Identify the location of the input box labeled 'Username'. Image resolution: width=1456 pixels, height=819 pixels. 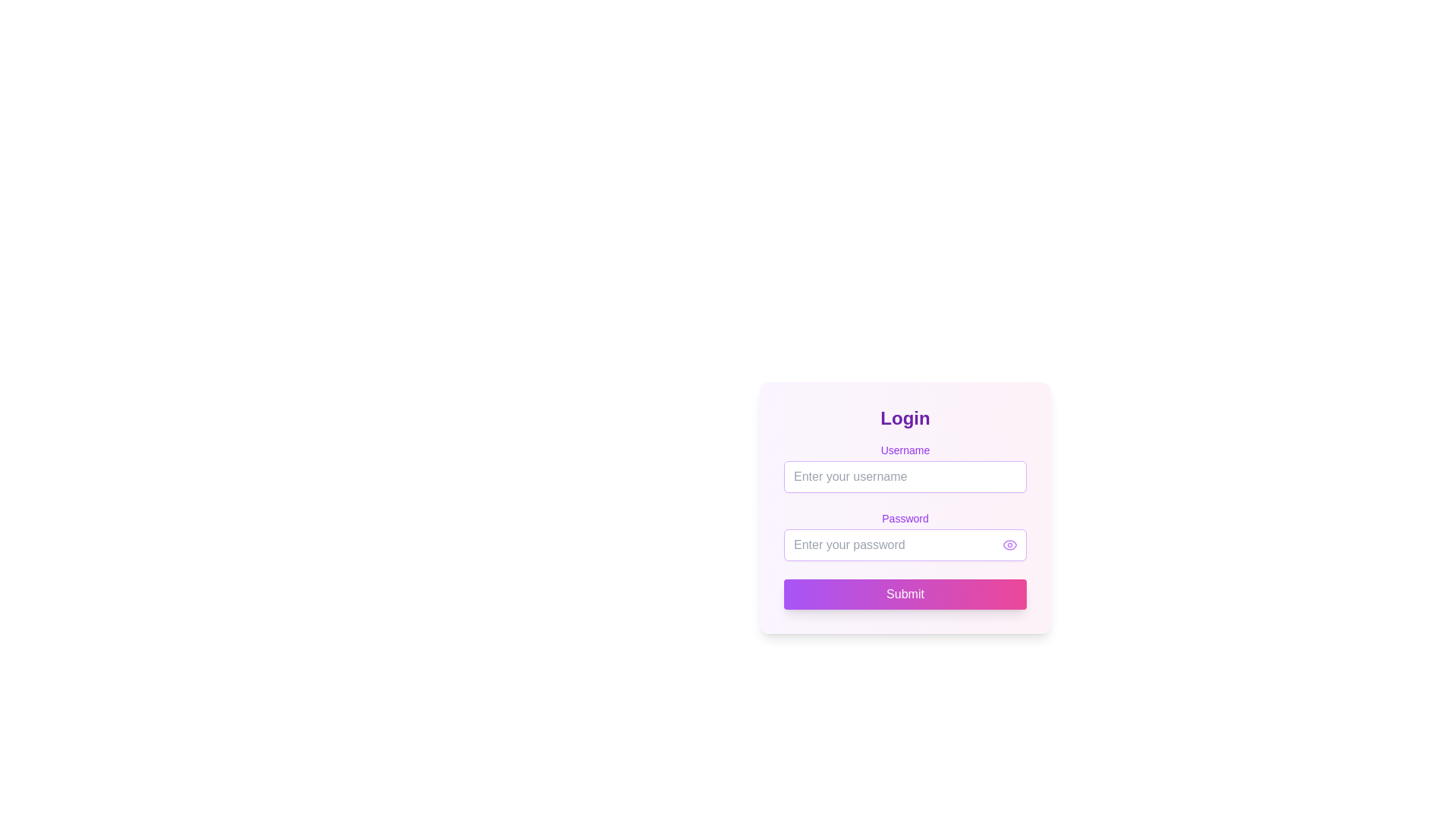
(905, 467).